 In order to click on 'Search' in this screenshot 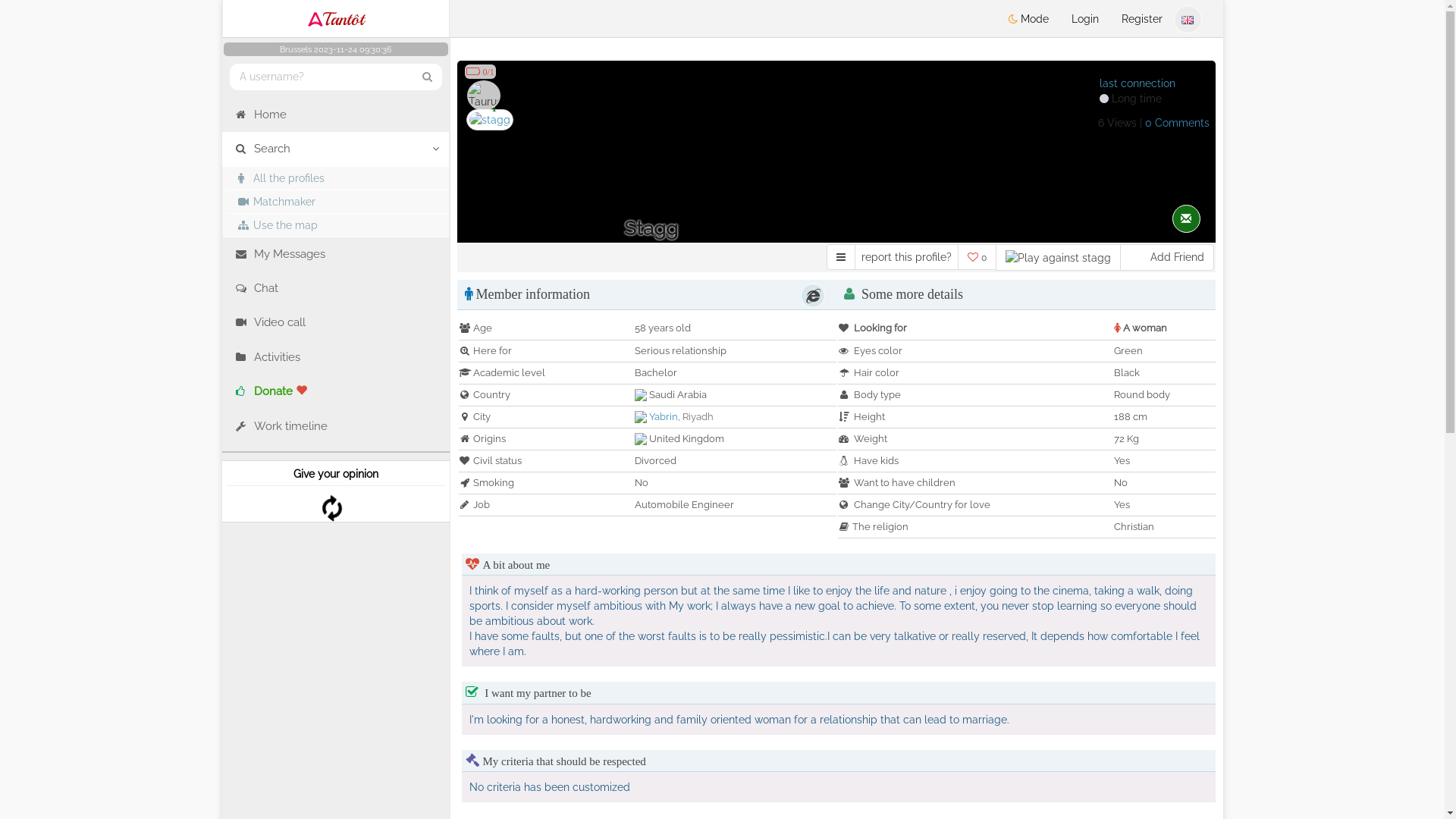, I will do `click(334, 149)`.